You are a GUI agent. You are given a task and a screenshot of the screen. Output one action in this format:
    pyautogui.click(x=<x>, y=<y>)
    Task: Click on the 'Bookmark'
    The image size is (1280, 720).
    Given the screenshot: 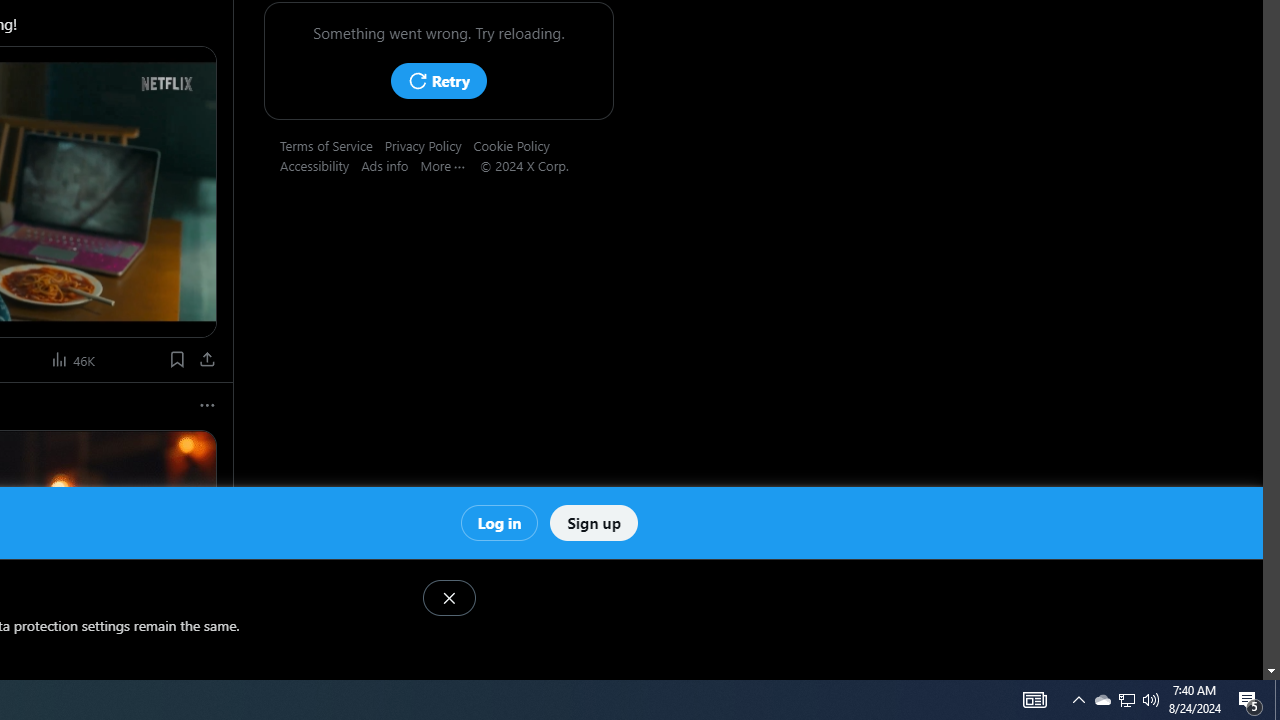 What is the action you would take?
    pyautogui.click(x=176, y=358)
    